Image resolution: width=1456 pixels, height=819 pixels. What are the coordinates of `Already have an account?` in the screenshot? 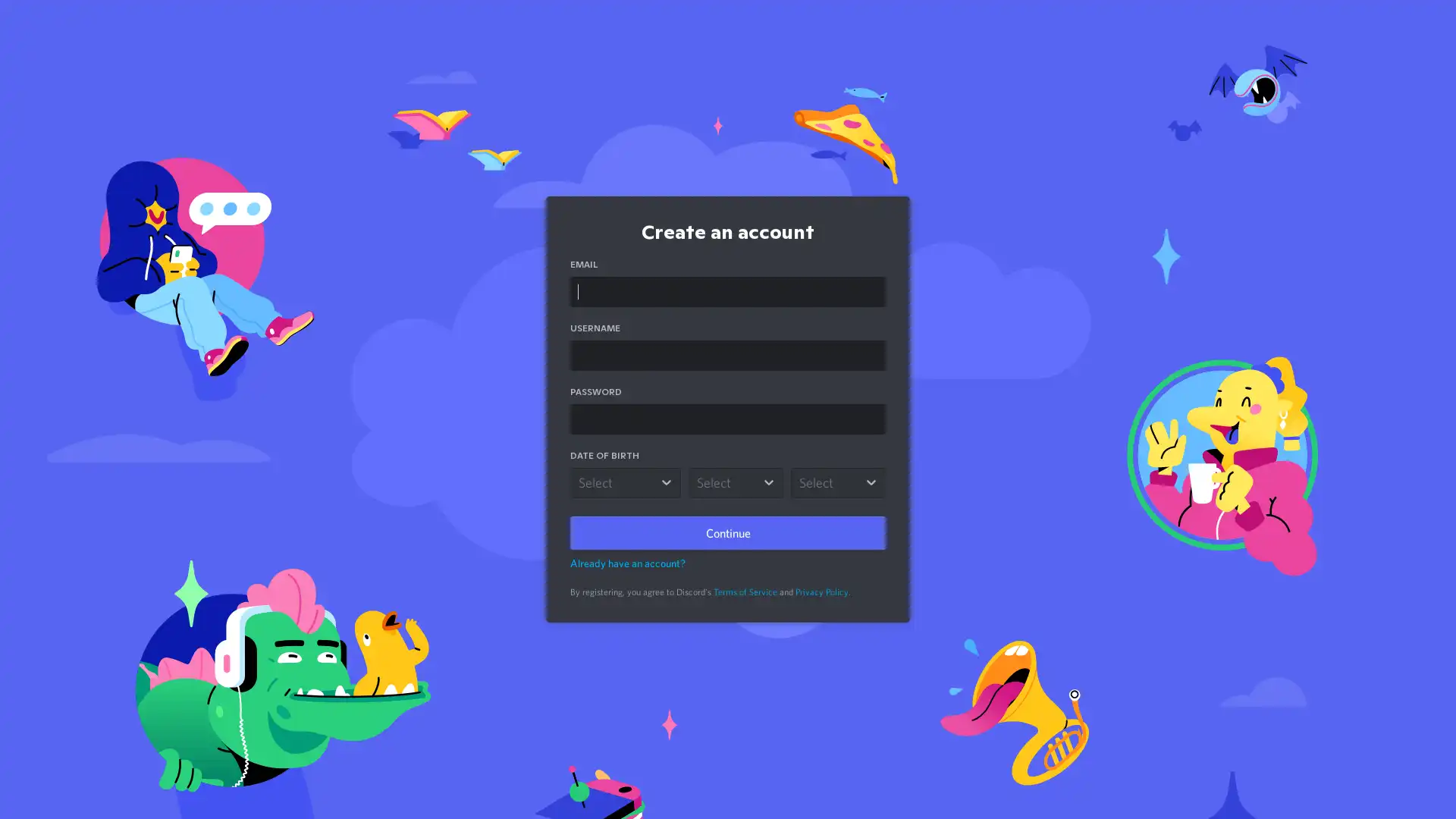 It's located at (628, 563).